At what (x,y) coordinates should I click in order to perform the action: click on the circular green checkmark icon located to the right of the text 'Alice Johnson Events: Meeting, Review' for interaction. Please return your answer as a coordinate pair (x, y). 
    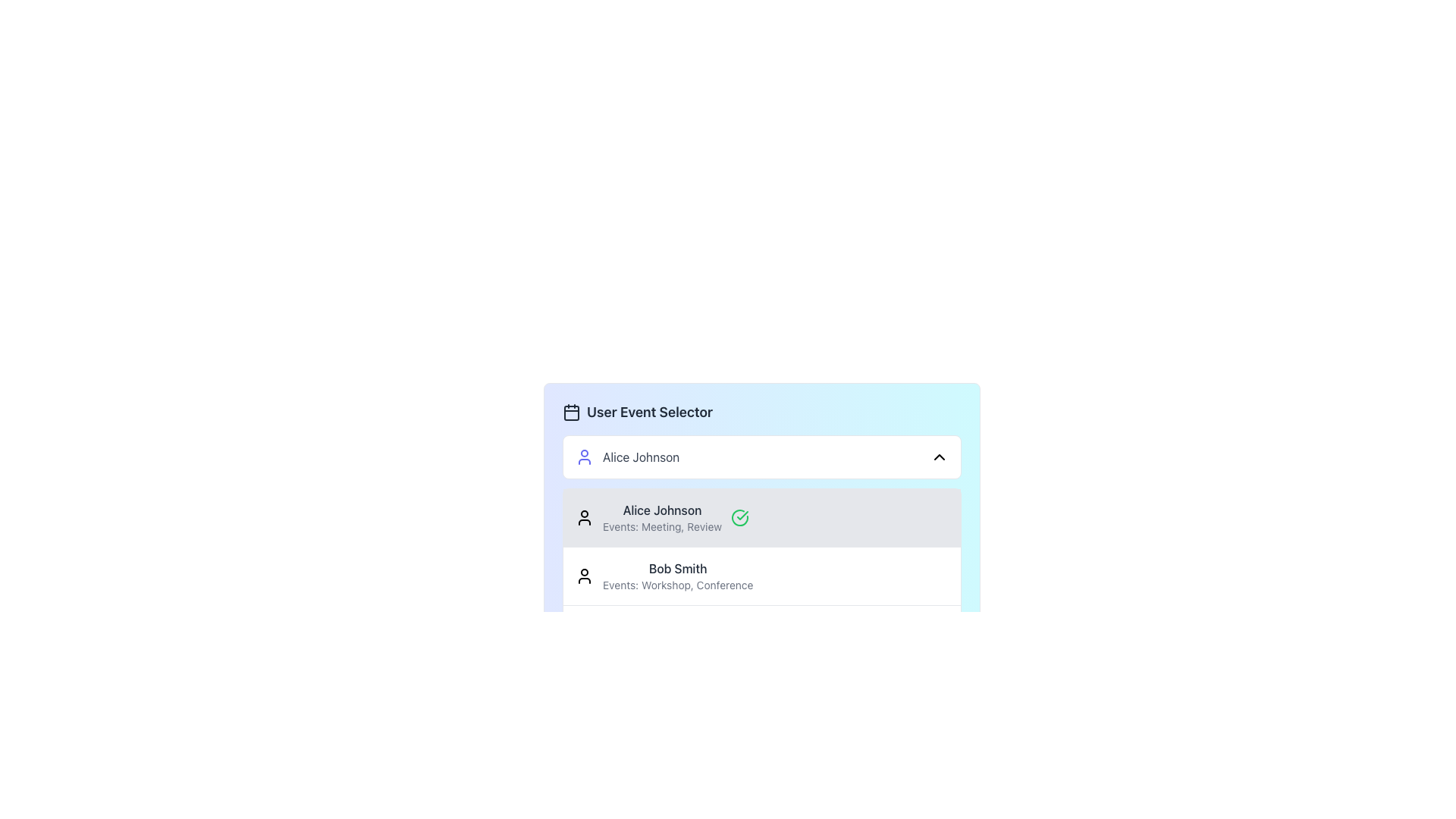
    Looking at the image, I should click on (739, 516).